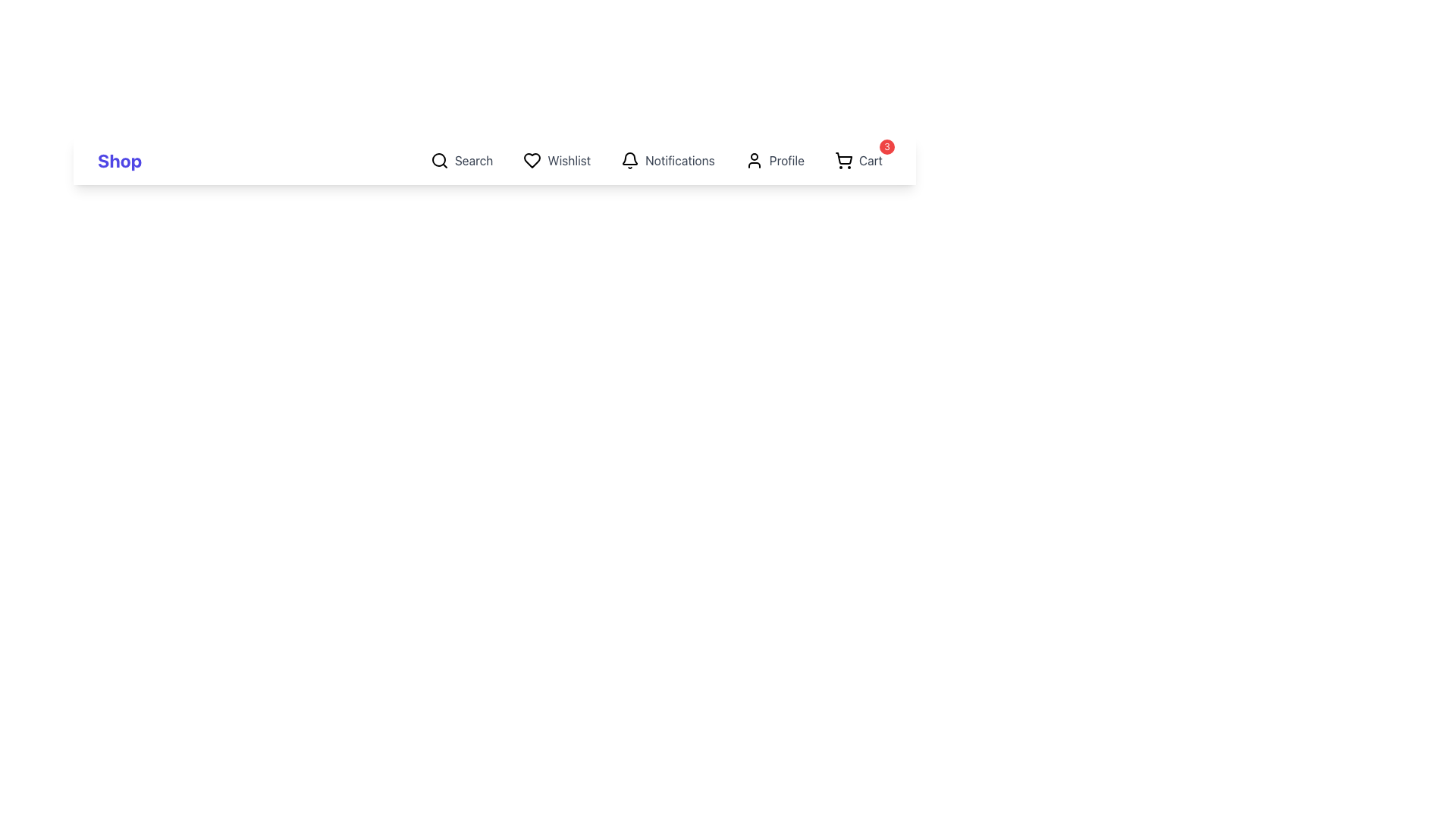  I want to click on the badge that indicates the number of items in the user's cart, located in the upper-right corner of the cart section in the navigation bar, so click(887, 146).